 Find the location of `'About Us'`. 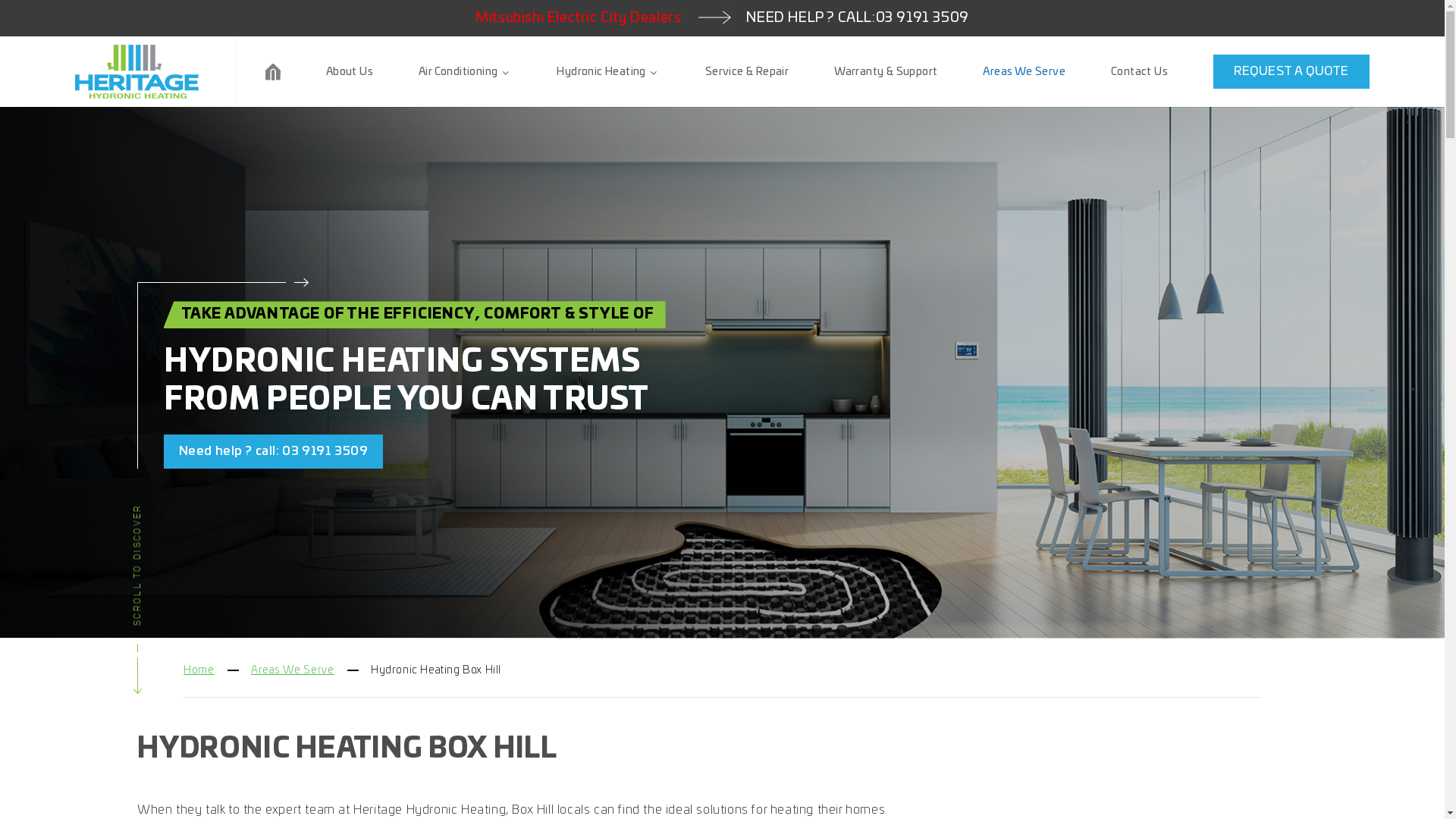

'About Us' is located at coordinates (348, 71).